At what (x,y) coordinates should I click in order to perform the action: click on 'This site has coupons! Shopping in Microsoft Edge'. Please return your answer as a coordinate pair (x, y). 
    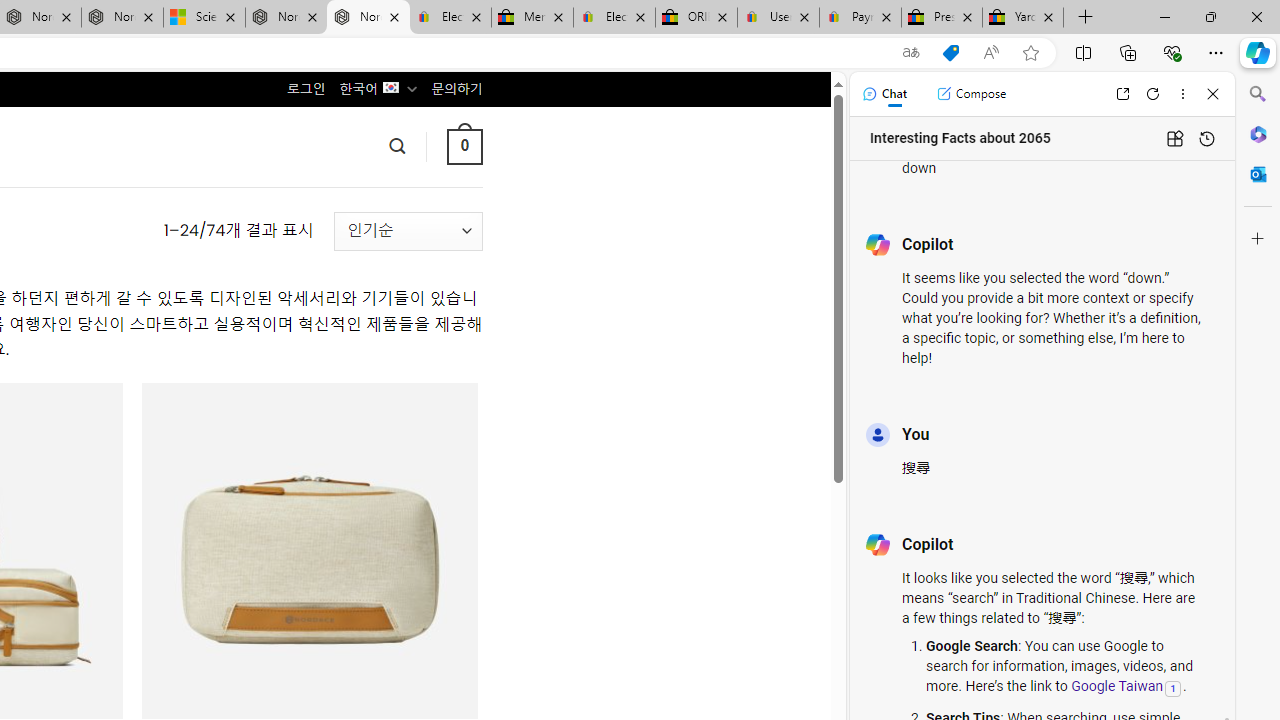
    Looking at the image, I should click on (950, 52).